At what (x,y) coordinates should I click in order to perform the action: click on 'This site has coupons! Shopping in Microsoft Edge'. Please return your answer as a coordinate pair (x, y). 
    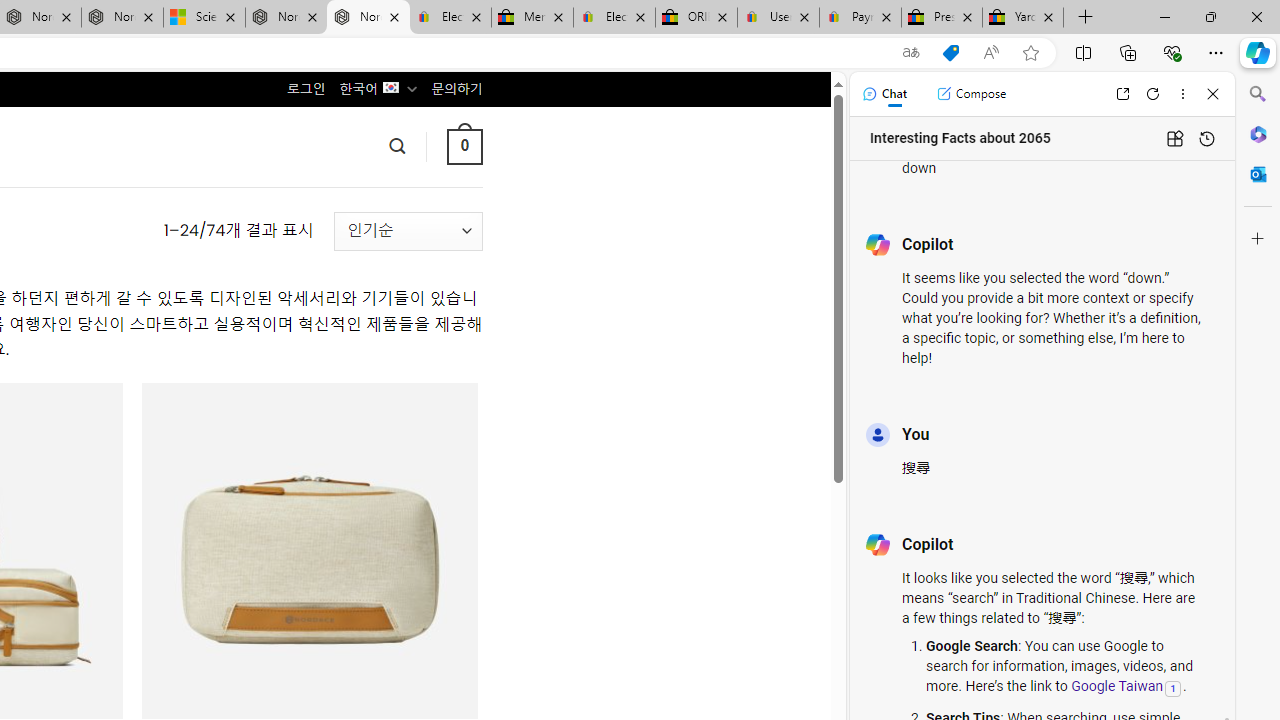
    Looking at the image, I should click on (950, 52).